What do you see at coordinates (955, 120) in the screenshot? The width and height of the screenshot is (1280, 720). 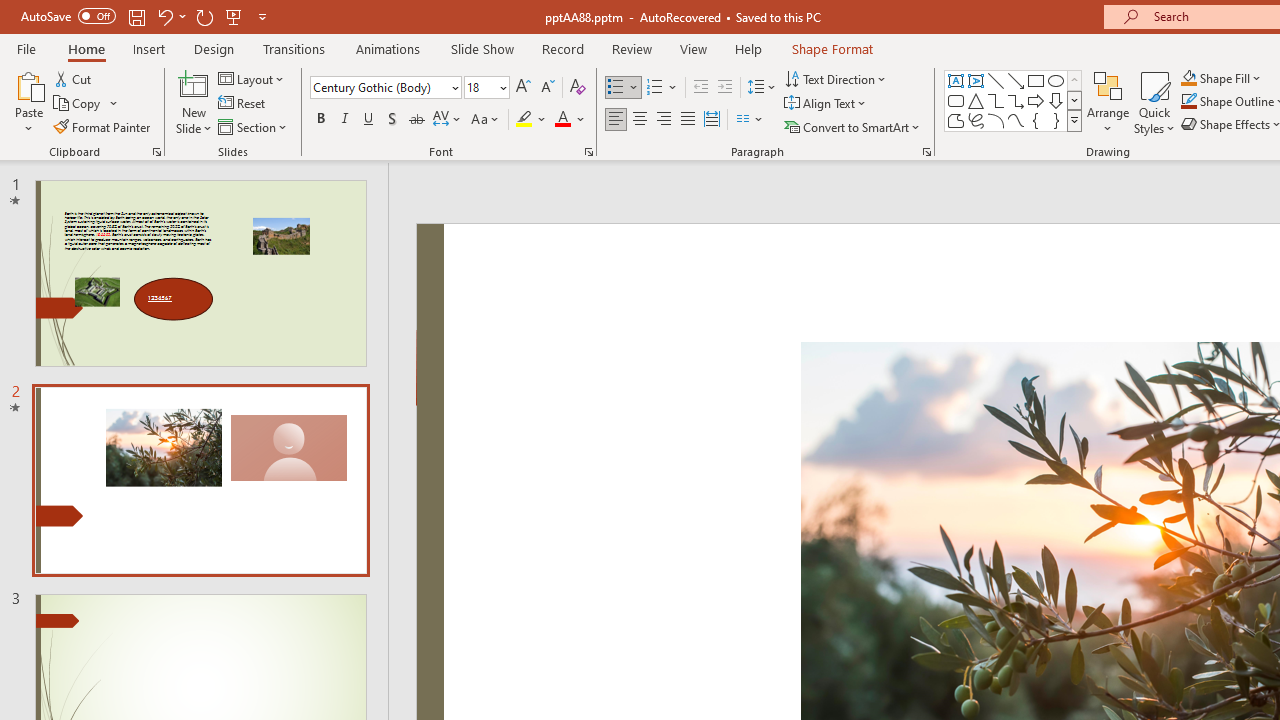 I see `'Freeform: Shape'` at bounding box center [955, 120].